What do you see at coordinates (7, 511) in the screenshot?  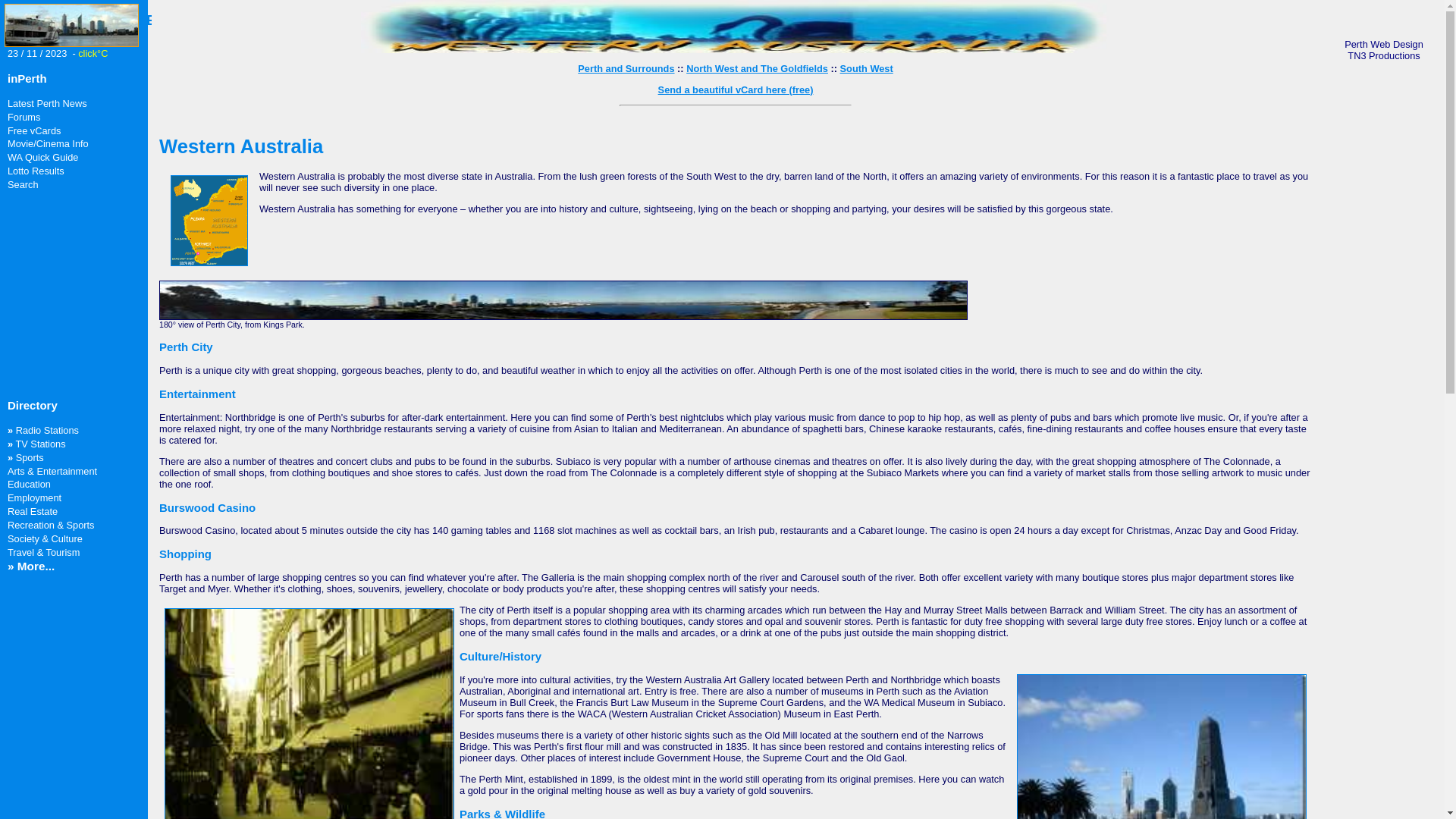 I see `'Real Estate'` at bounding box center [7, 511].